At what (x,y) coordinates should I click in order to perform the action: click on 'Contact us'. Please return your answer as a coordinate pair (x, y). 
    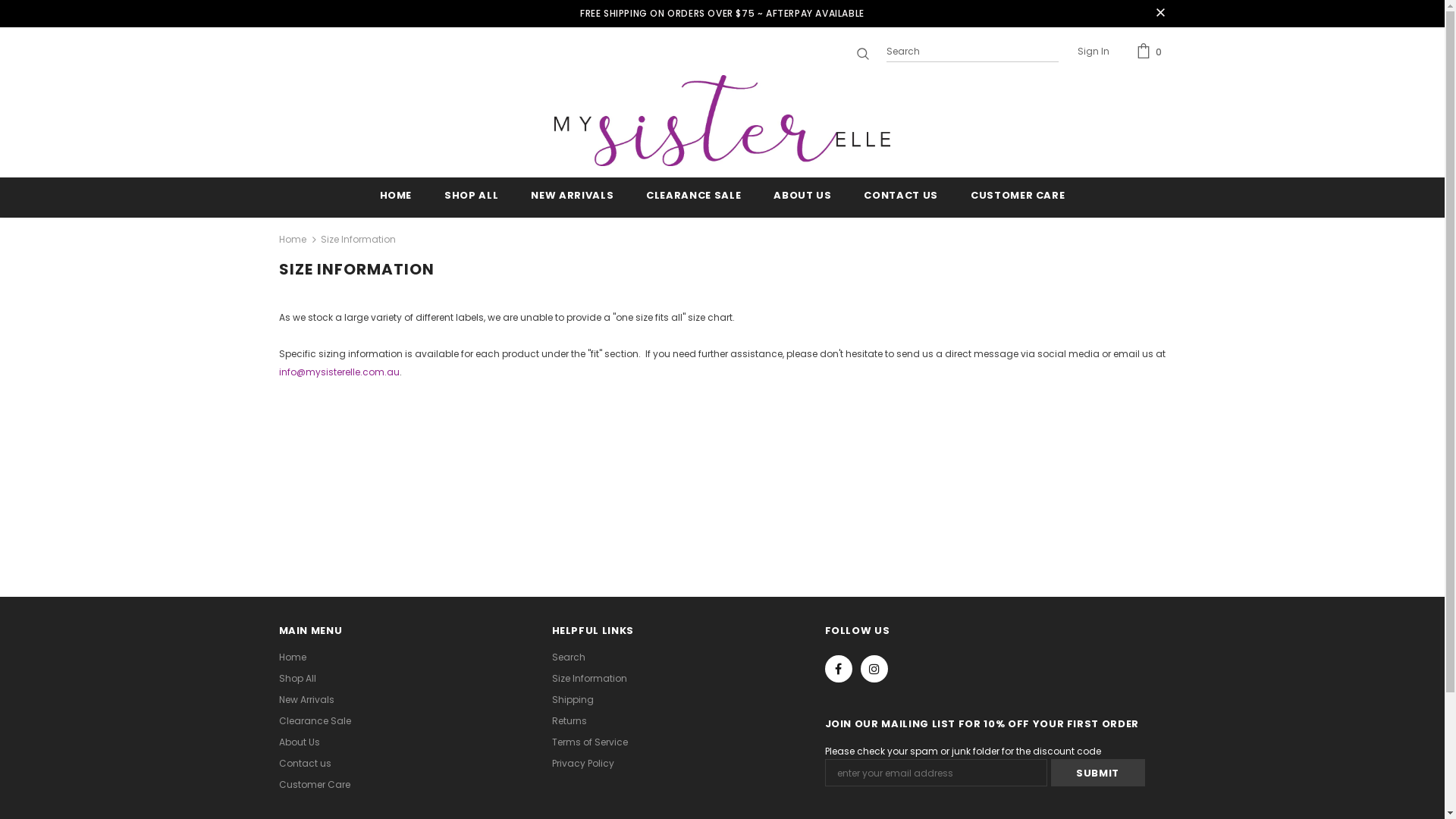
    Looking at the image, I should click on (304, 763).